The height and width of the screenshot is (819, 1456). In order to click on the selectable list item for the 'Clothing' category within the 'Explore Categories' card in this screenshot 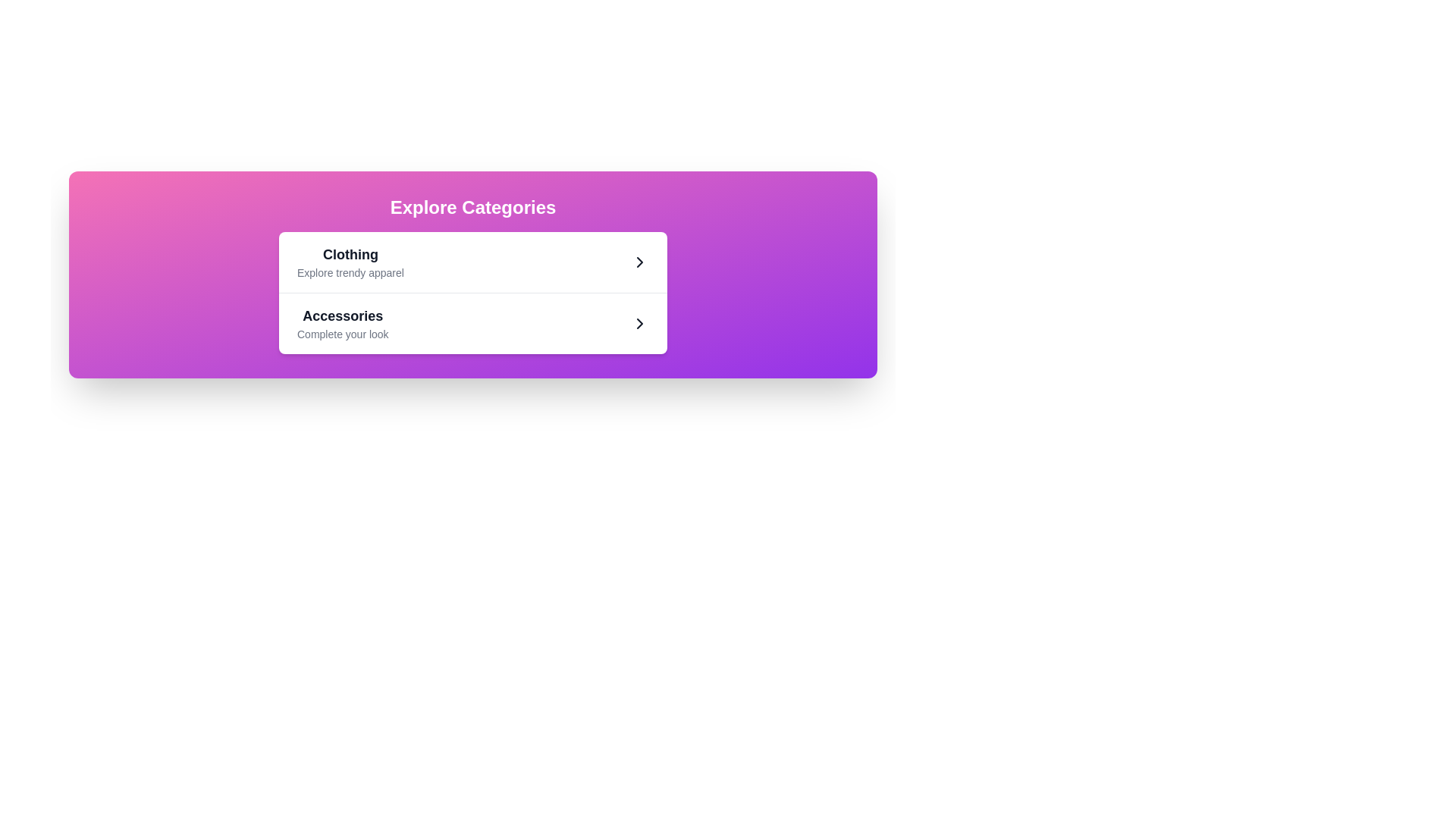, I will do `click(472, 262)`.